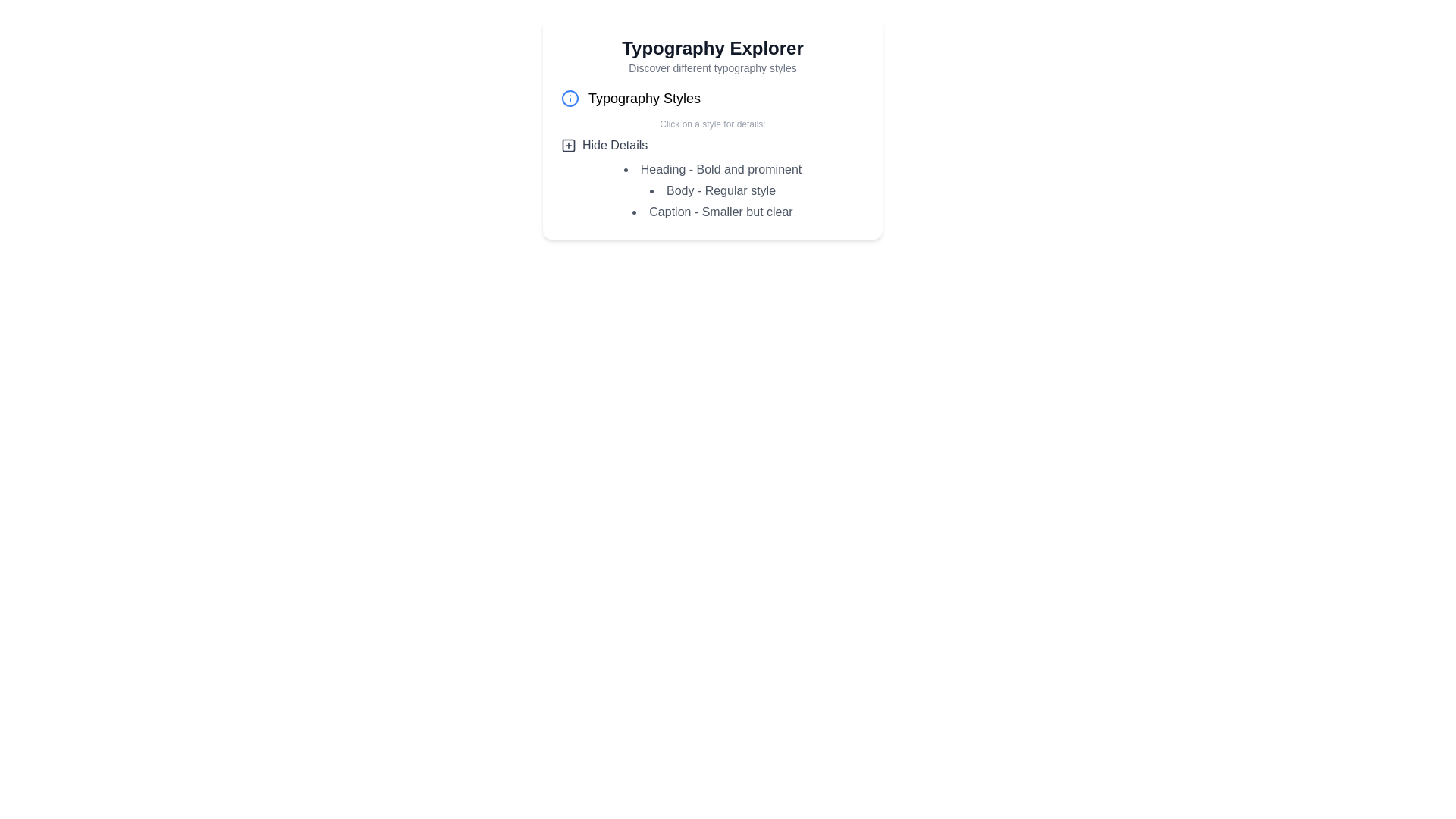 Image resolution: width=1456 pixels, height=819 pixels. I want to click on the informational icon located to the left of the text 'Typography Styles' to obtain more details, so click(570, 99).